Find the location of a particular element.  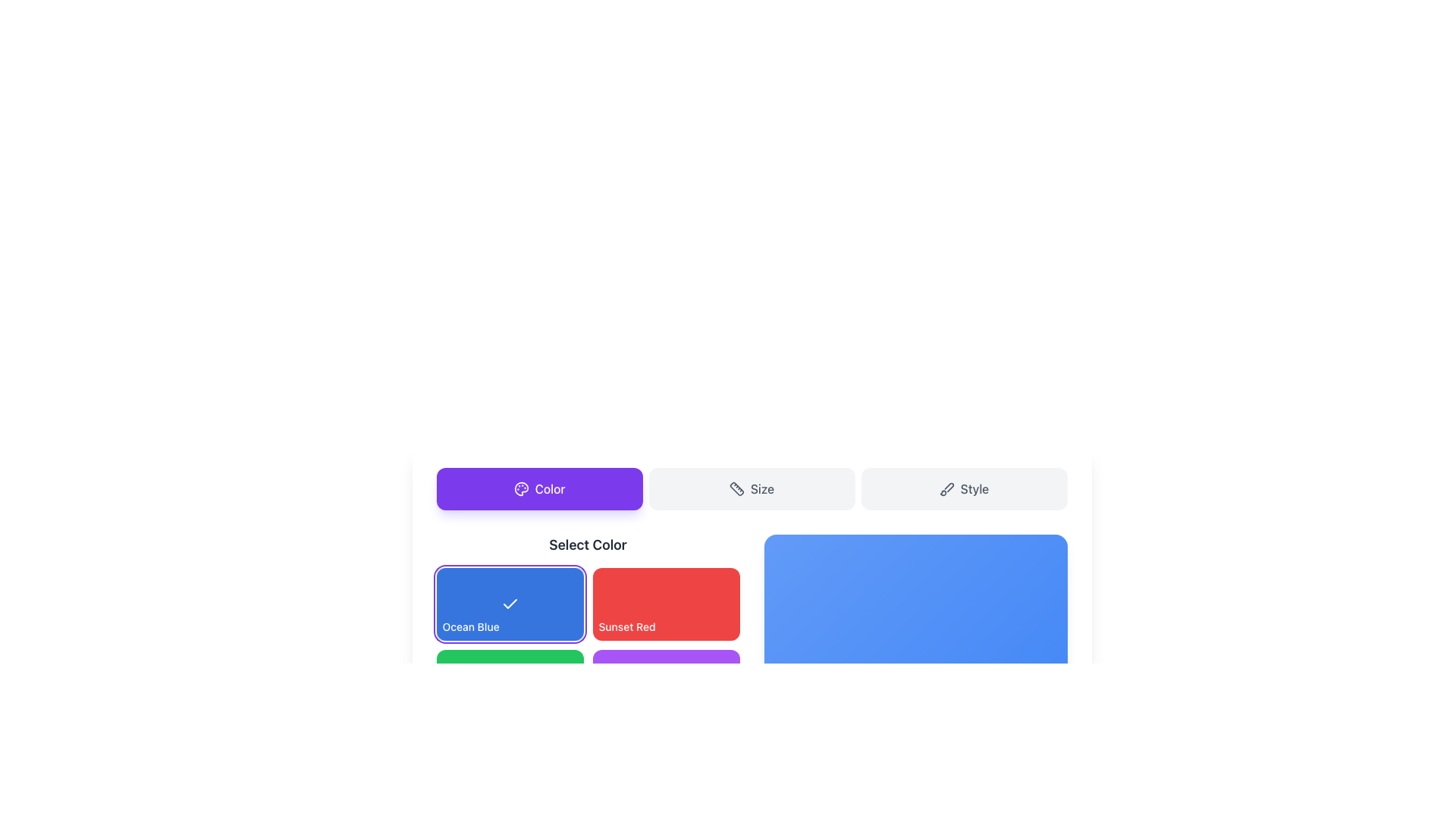

the button labeled 'Sunset Red' is located at coordinates (587, 629).